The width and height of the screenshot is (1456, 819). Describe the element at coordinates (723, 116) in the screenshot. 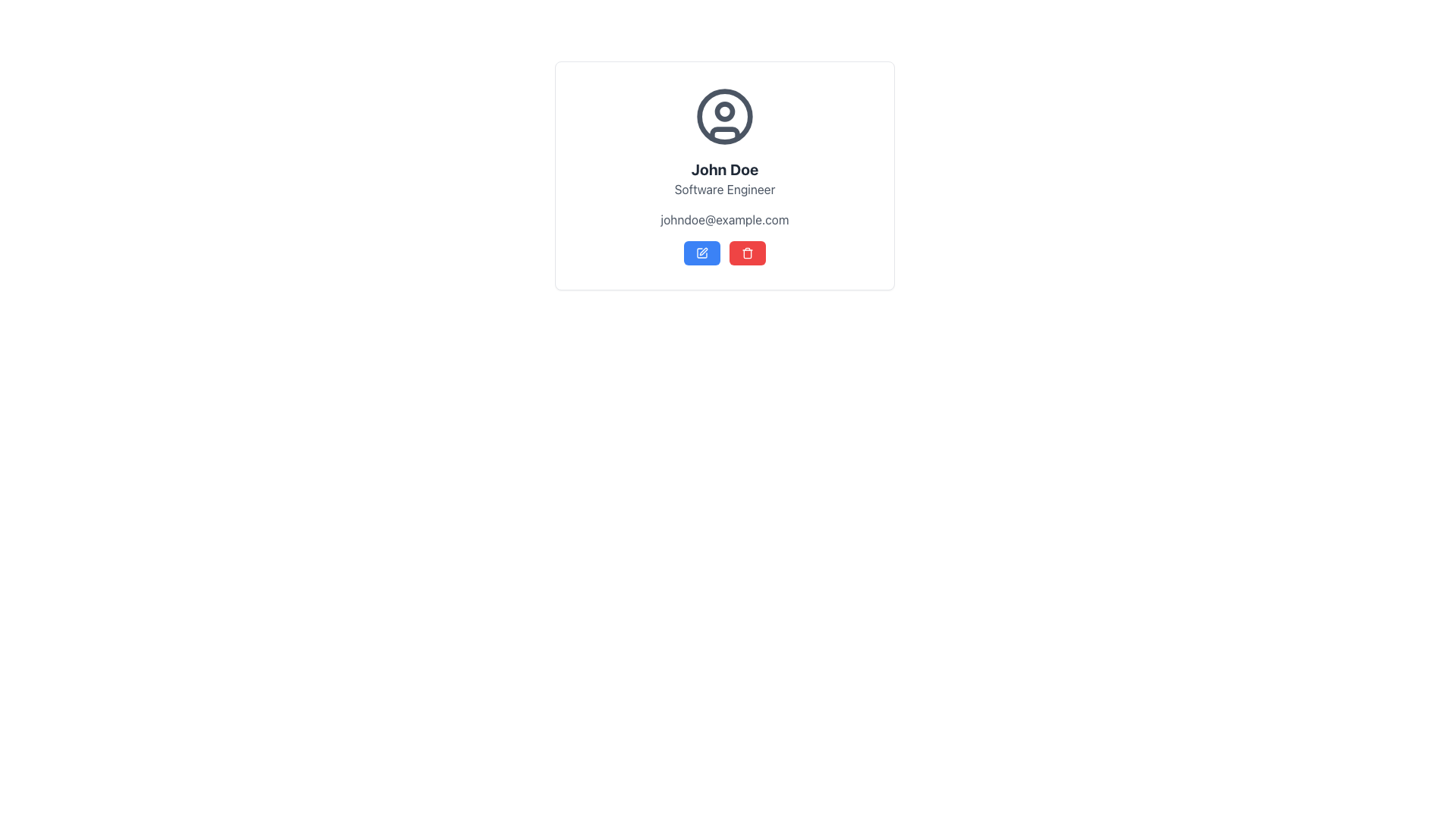

I see `the user's profile icon represented by the innermost SVG Circle located at the top of the user profile card` at that location.